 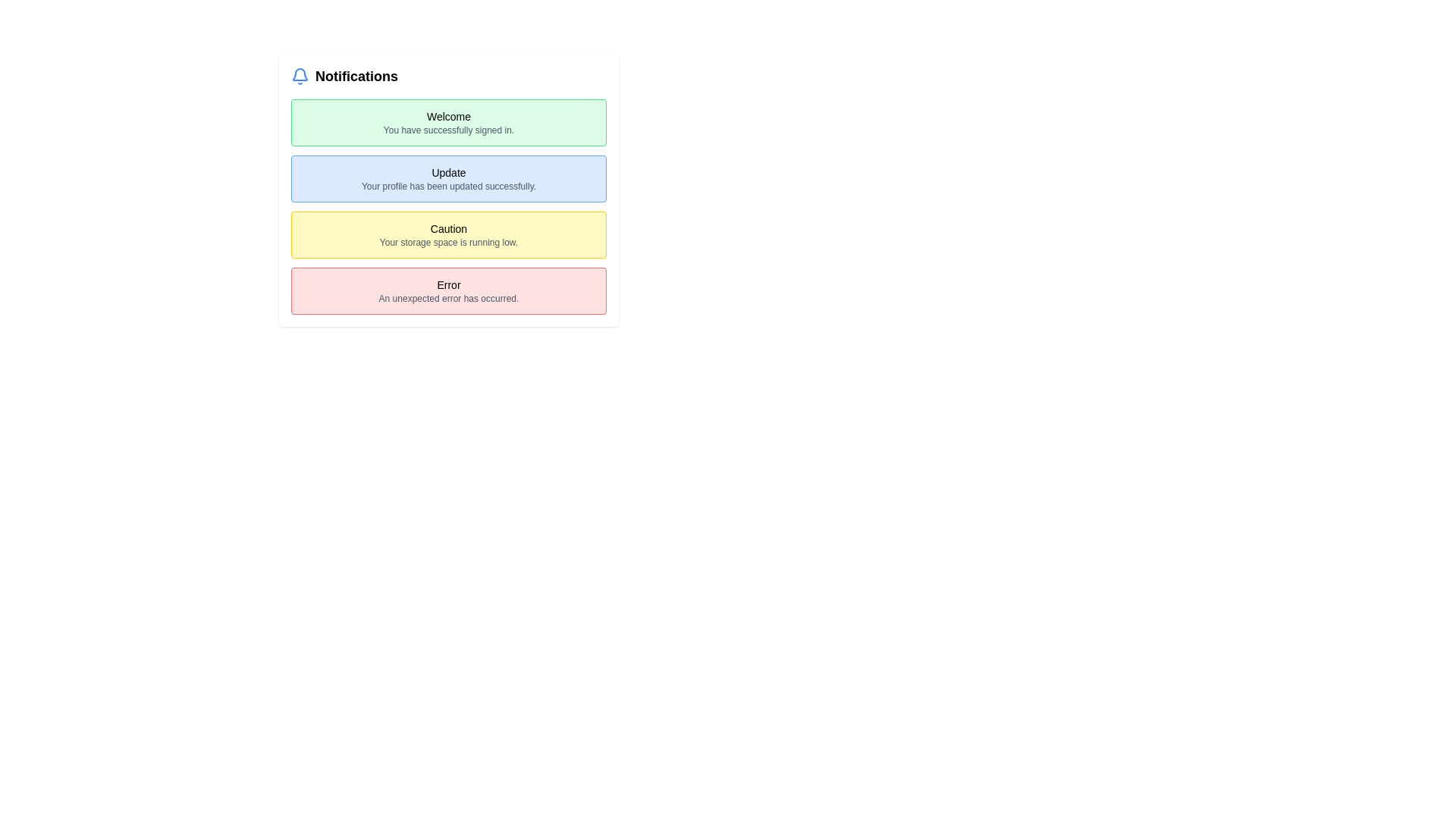 What do you see at coordinates (447, 228) in the screenshot?
I see `title of the third notification banner, which provides the nature or severity of the message, located above the text 'Your storage space is running low.'` at bounding box center [447, 228].